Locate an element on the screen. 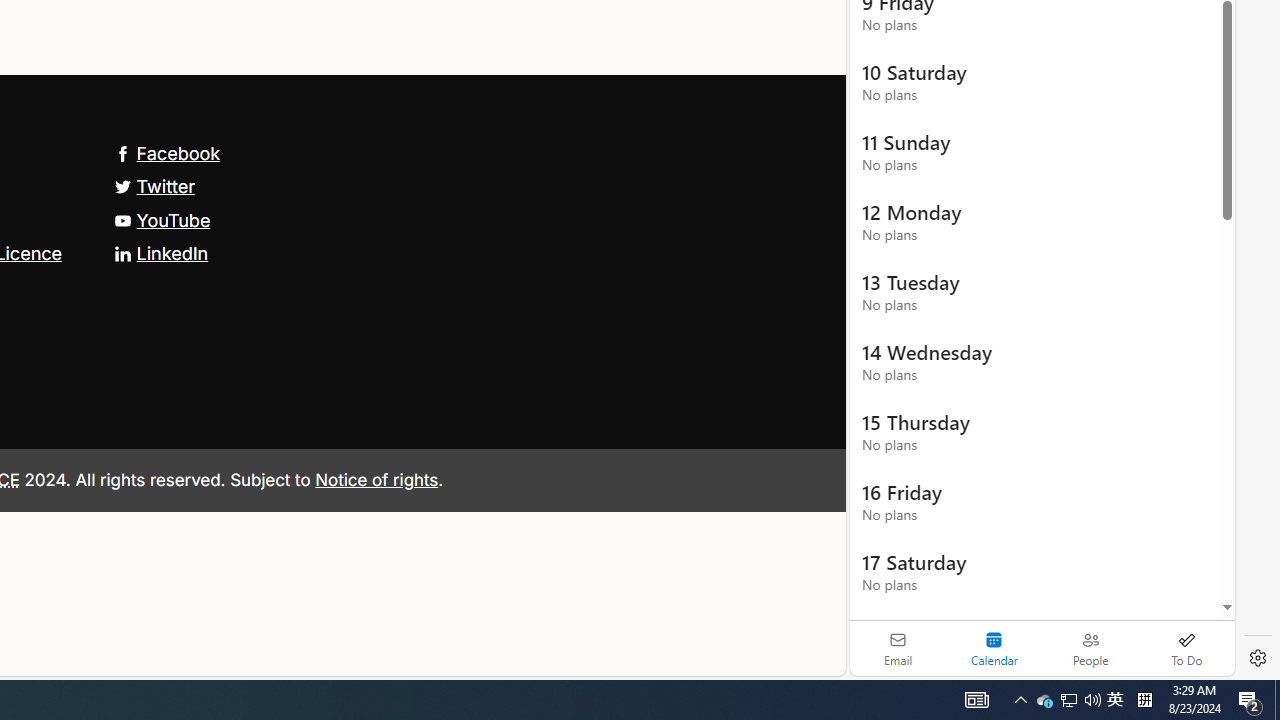 The width and height of the screenshot is (1280, 720). 'Notice of rights' is located at coordinates (376, 479).